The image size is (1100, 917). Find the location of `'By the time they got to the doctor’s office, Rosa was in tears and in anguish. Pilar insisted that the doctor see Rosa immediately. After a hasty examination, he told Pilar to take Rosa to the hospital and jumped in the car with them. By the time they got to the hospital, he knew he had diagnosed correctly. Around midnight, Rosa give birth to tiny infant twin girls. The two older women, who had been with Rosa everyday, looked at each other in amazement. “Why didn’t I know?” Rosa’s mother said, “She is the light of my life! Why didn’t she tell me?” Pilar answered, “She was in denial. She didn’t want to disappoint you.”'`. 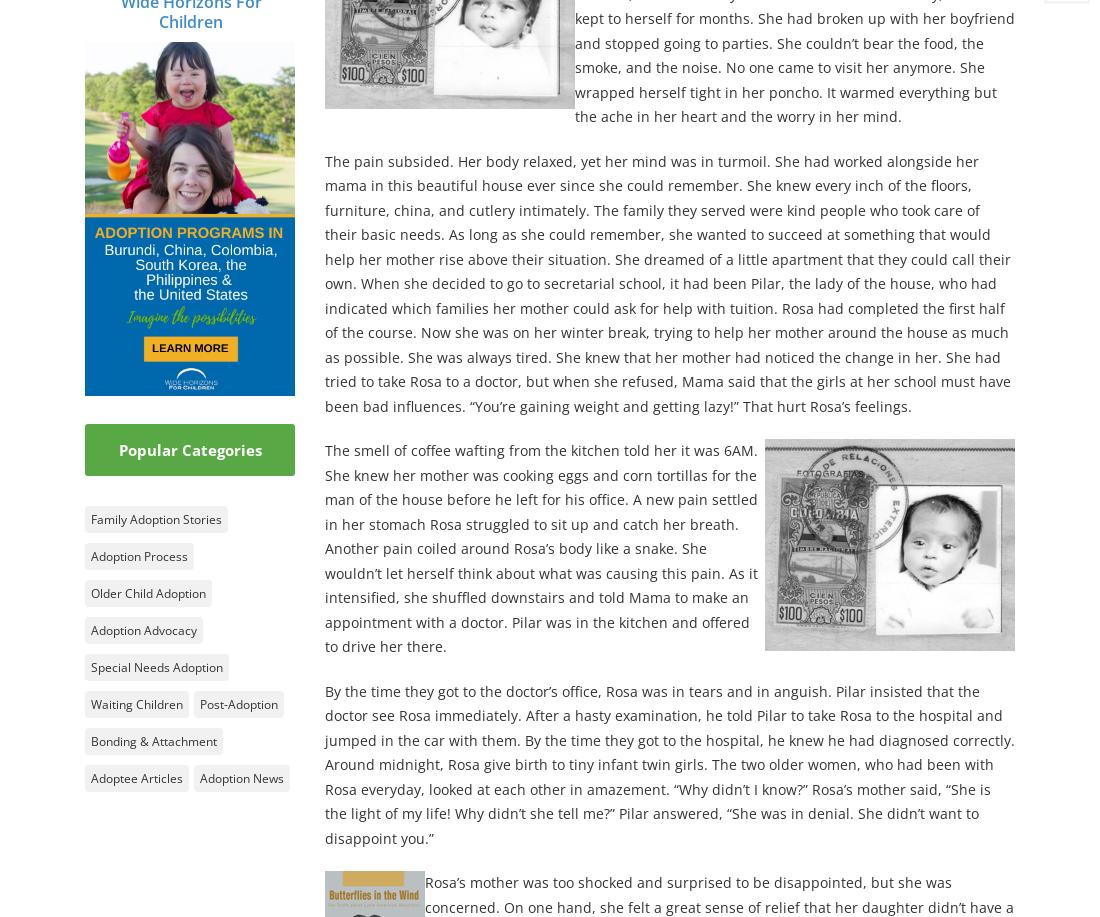

'By the time they got to the doctor’s office, Rosa was in tears and in anguish. Pilar insisted that the doctor see Rosa immediately. After a hasty examination, he told Pilar to take Rosa to the hospital and jumped in the car with them. By the time they got to the hospital, he knew he had diagnosed correctly. Around midnight, Rosa give birth to tiny infant twin girls. The two older women, who had been with Rosa everyday, looked at each other in amazement. “Why didn’t I know?” Rosa’s mother said, “She is the light of my life! Why didn’t she tell me?” Pilar answered, “She was in denial. She didn’t want to disappoint you.”' is located at coordinates (670, 763).